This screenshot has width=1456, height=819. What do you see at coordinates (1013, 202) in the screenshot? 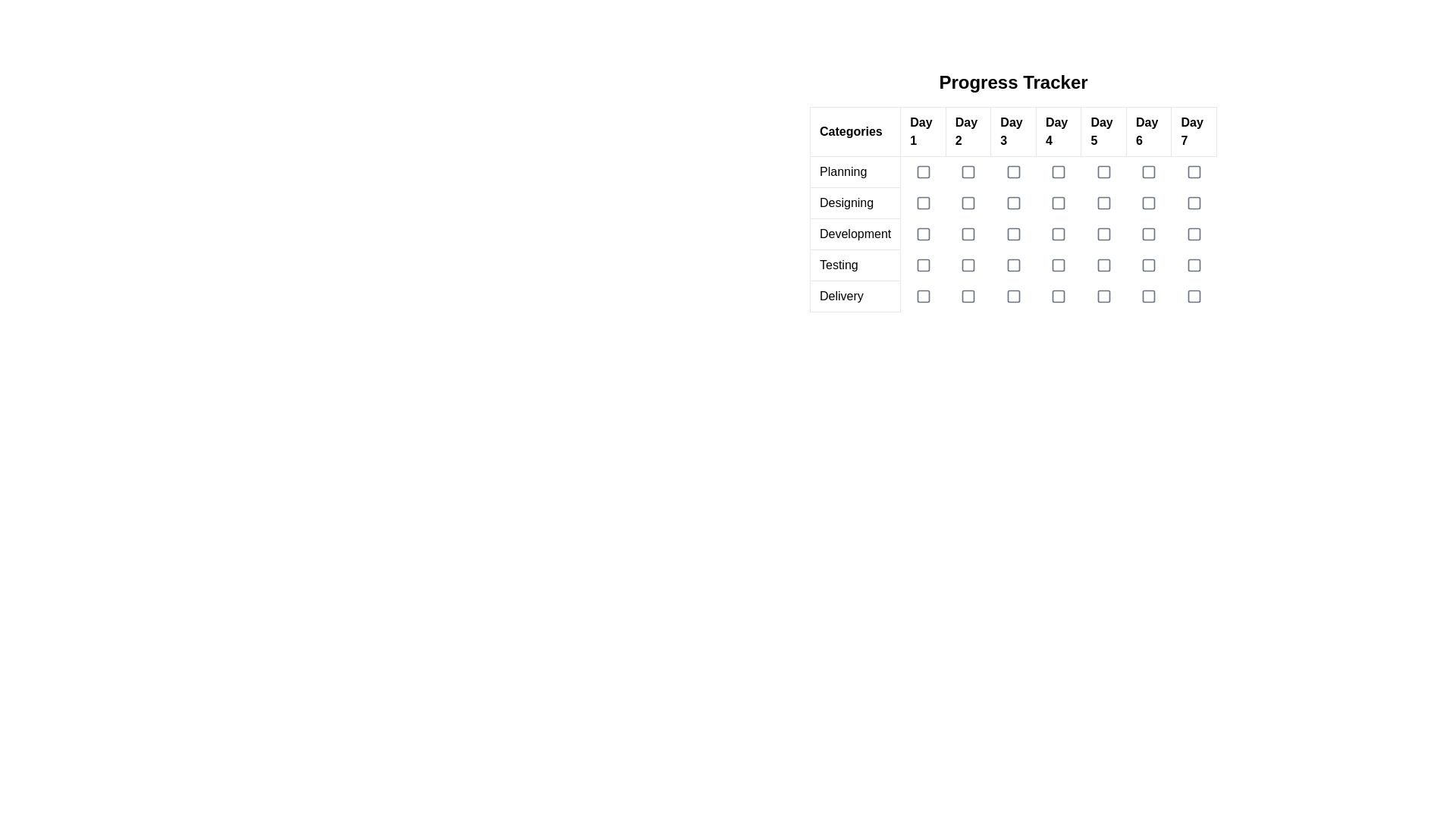
I see `the row corresponding to the category Designing` at bounding box center [1013, 202].